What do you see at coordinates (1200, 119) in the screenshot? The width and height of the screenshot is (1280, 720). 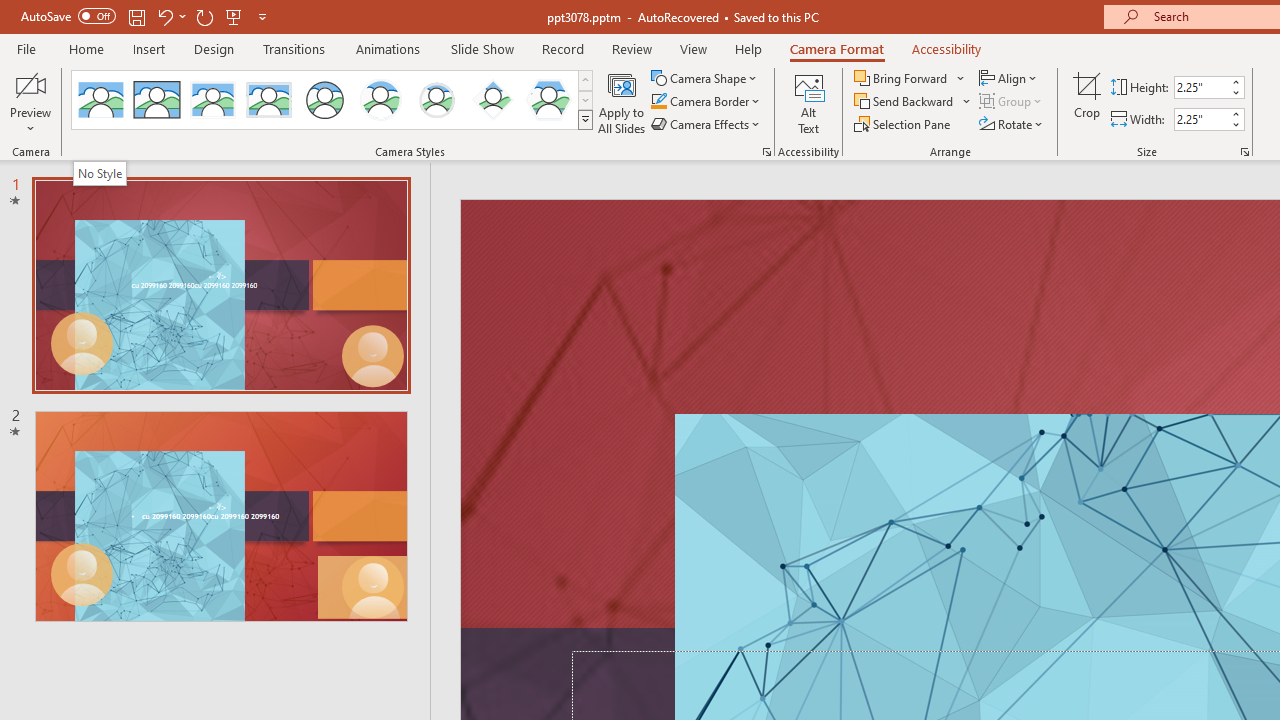 I see `'Cameo Width'` at bounding box center [1200, 119].